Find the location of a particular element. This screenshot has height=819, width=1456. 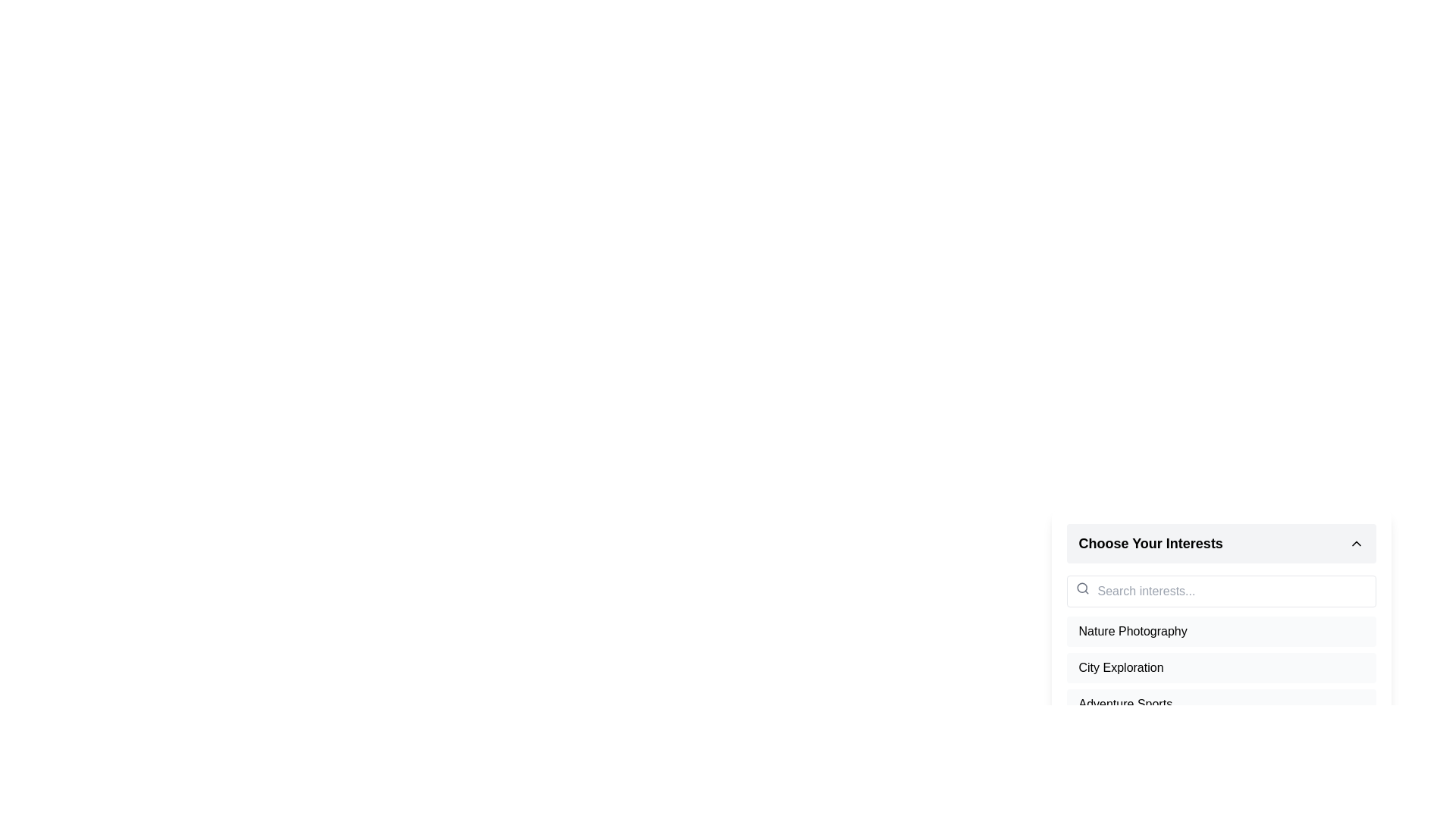

the third selectable option in the list under the header 'Choose Your Interests', which is located below 'City Exploration' is located at coordinates (1125, 704).